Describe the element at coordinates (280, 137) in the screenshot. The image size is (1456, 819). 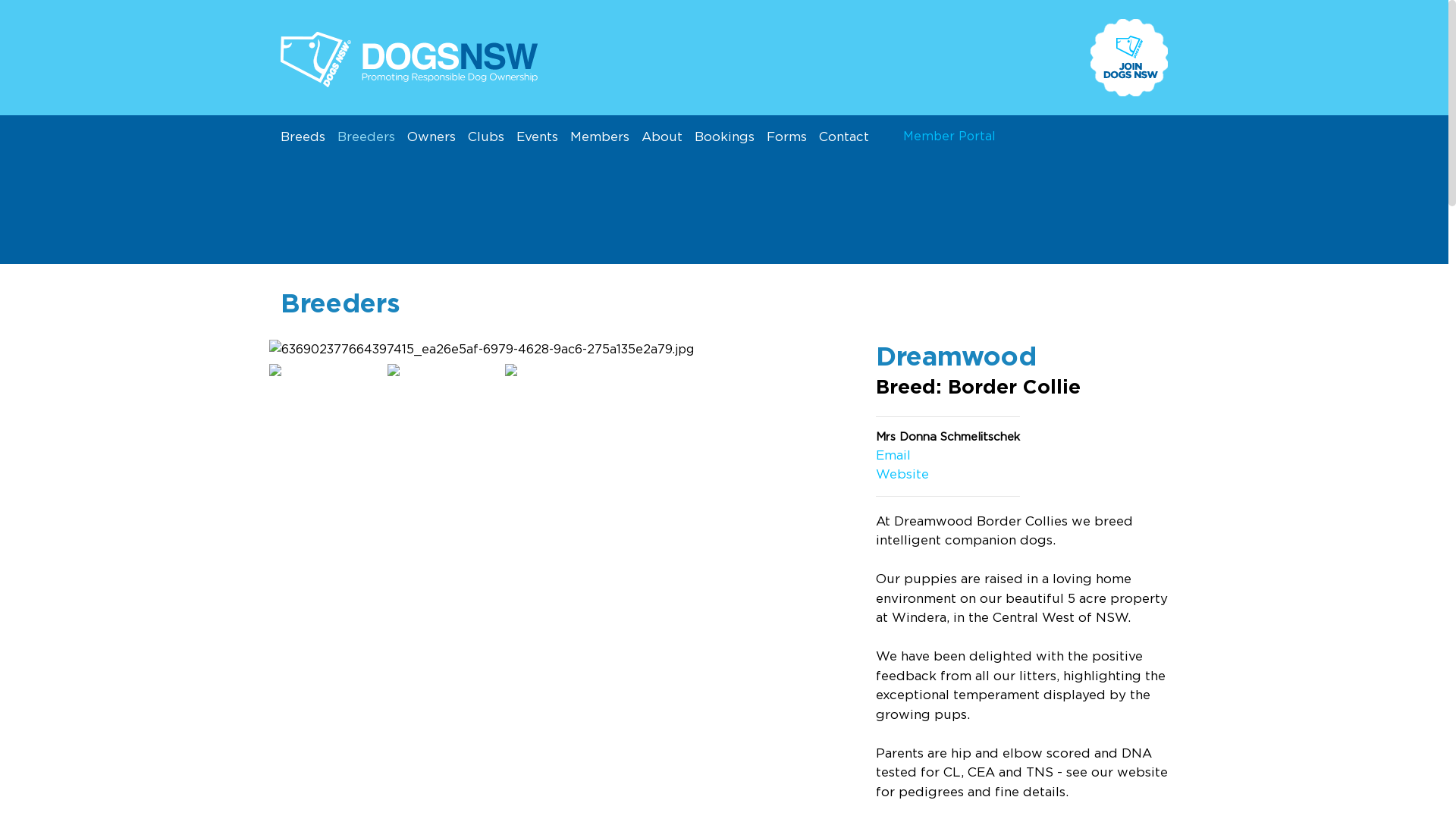
I see `'Breeds'` at that location.